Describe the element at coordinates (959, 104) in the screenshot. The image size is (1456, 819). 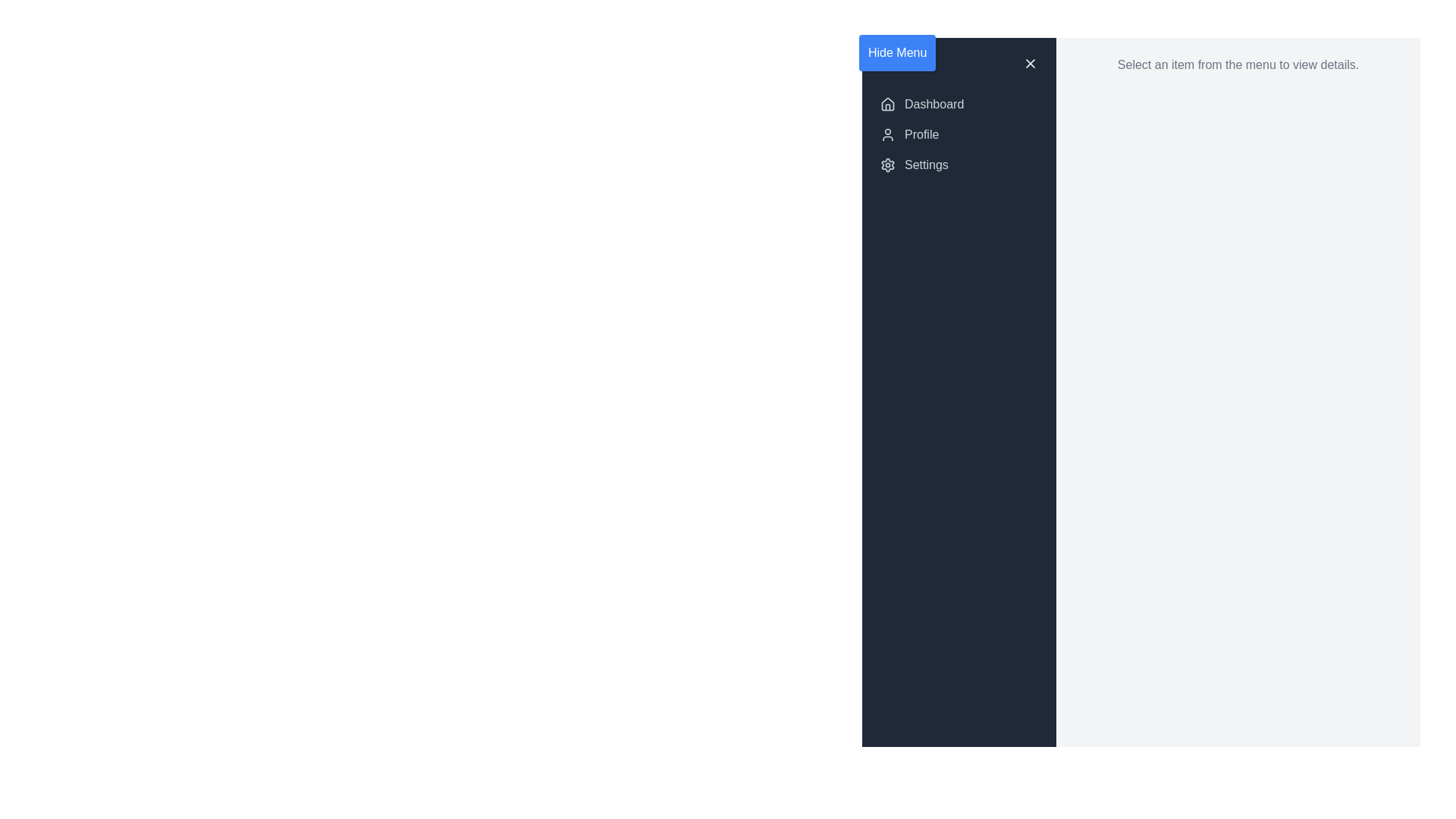
I see `the 'Dashboard' navigation item, which displays text in gray color with a house icon, positioned at the top of the sidebar menu list` at that location.